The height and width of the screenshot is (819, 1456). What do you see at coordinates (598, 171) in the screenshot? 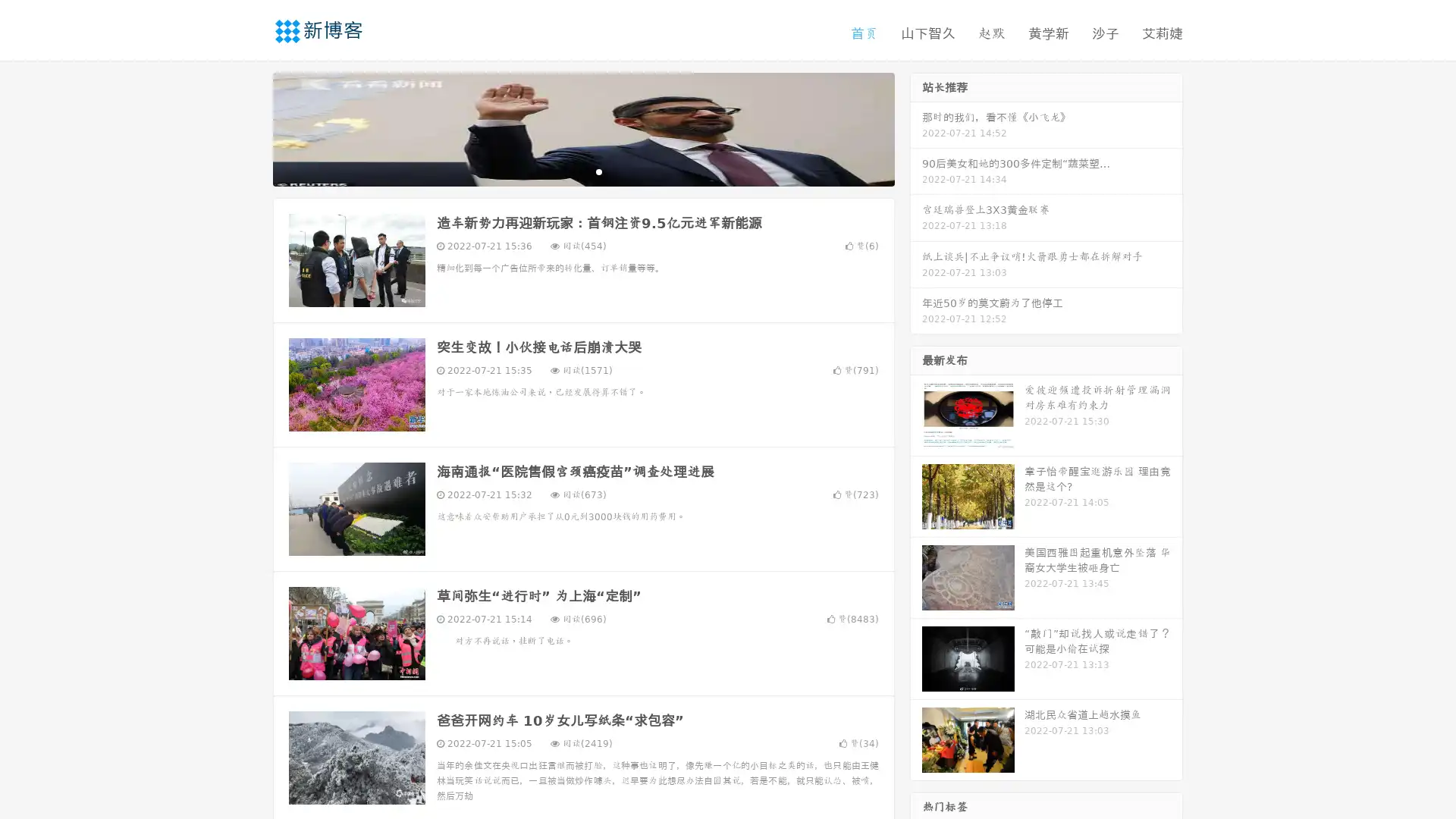
I see `Go to slide 3` at bounding box center [598, 171].